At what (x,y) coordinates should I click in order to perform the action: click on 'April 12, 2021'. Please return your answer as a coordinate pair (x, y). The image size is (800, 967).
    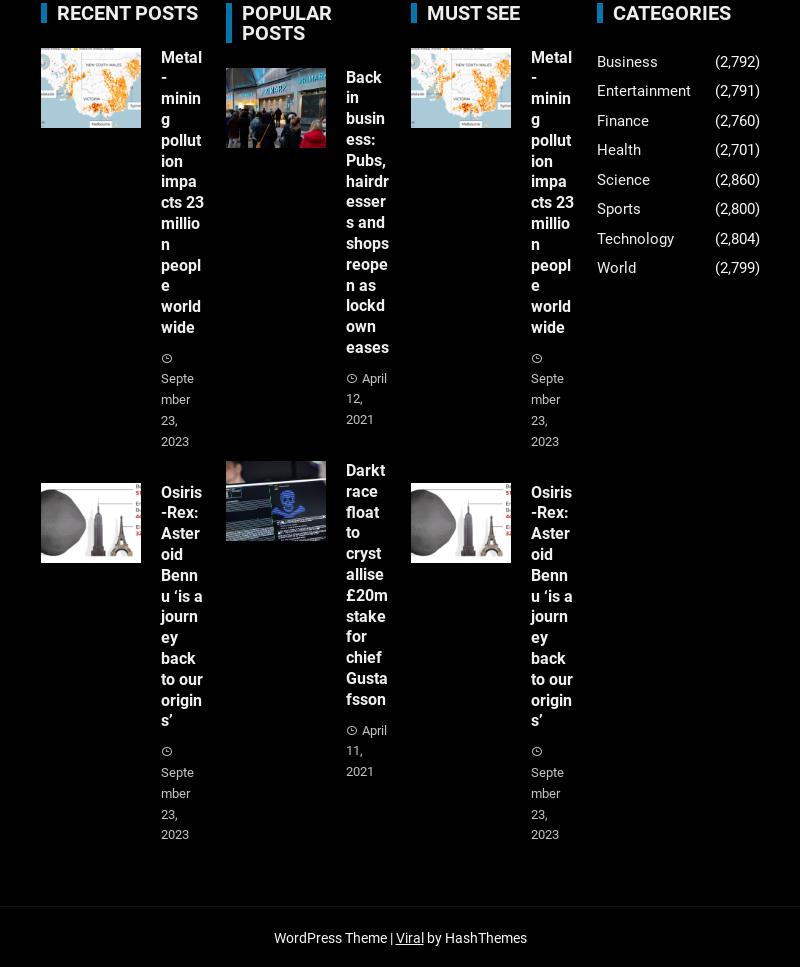
    Looking at the image, I should click on (366, 398).